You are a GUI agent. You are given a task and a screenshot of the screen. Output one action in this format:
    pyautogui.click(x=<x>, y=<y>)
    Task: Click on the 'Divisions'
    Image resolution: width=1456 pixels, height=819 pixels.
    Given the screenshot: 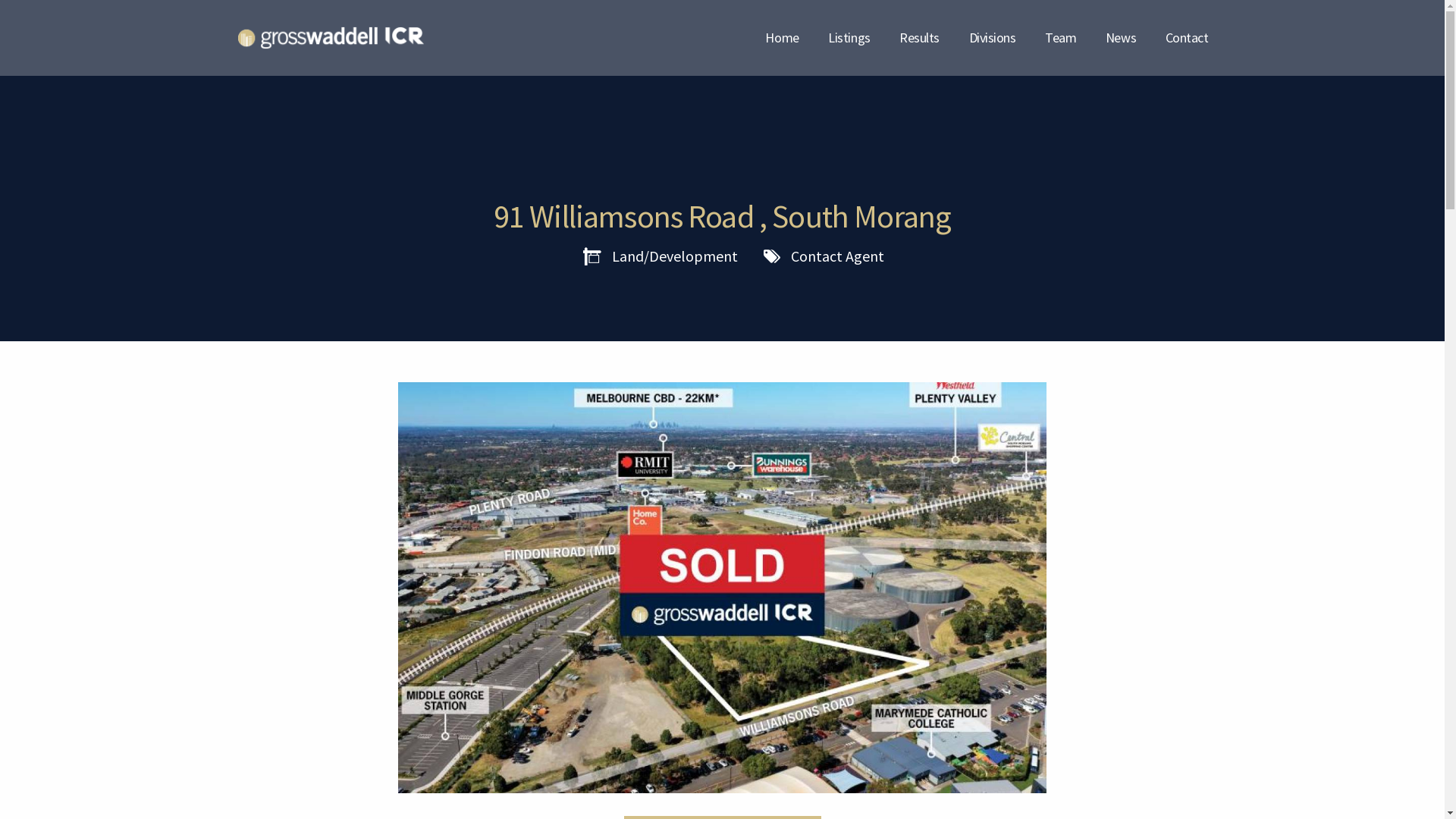 What is the action you would take?
    pyautogui.click(x=993, y=36)
    